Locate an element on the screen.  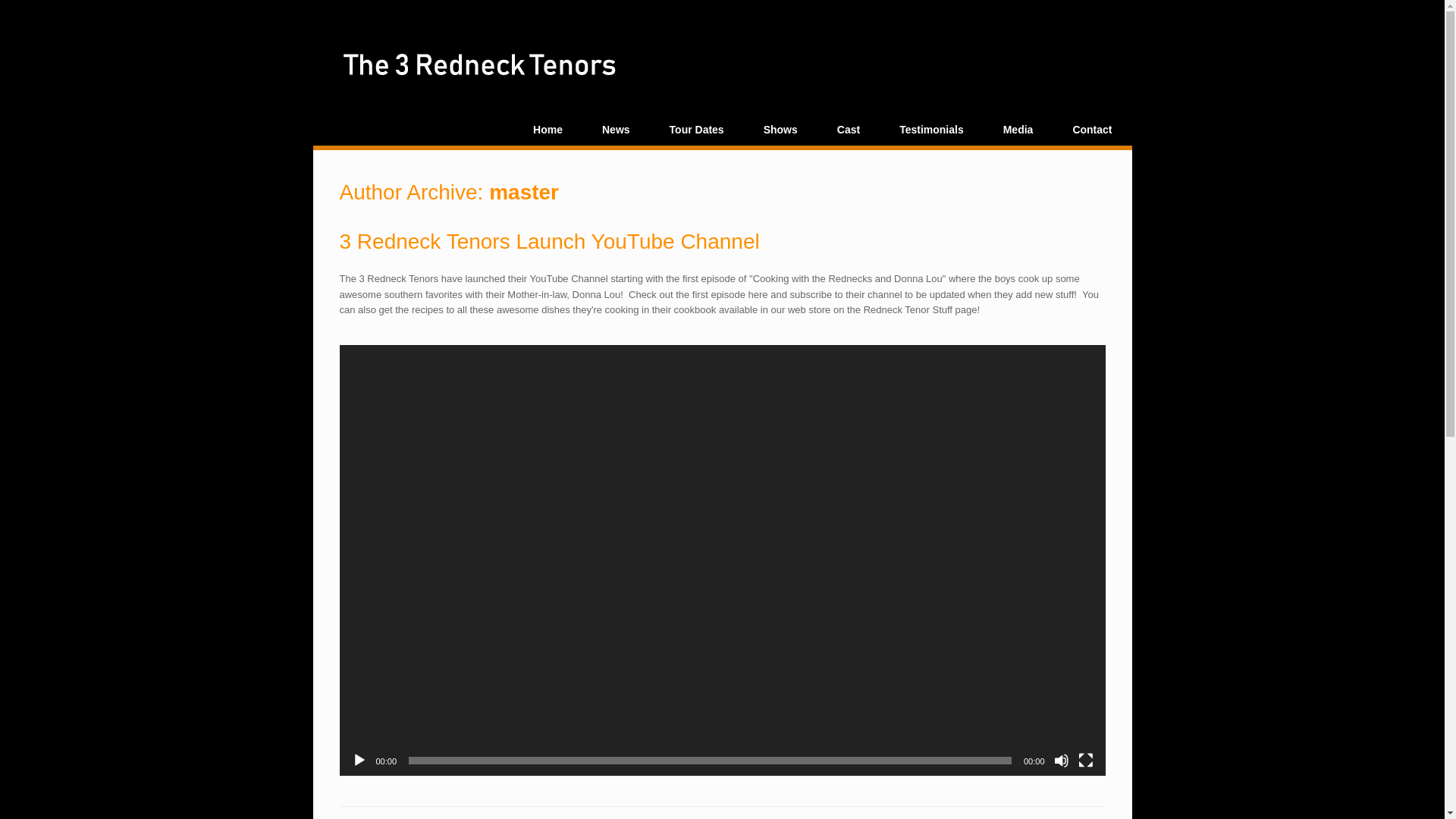
'Cast' is located at coordinates (817, 128).